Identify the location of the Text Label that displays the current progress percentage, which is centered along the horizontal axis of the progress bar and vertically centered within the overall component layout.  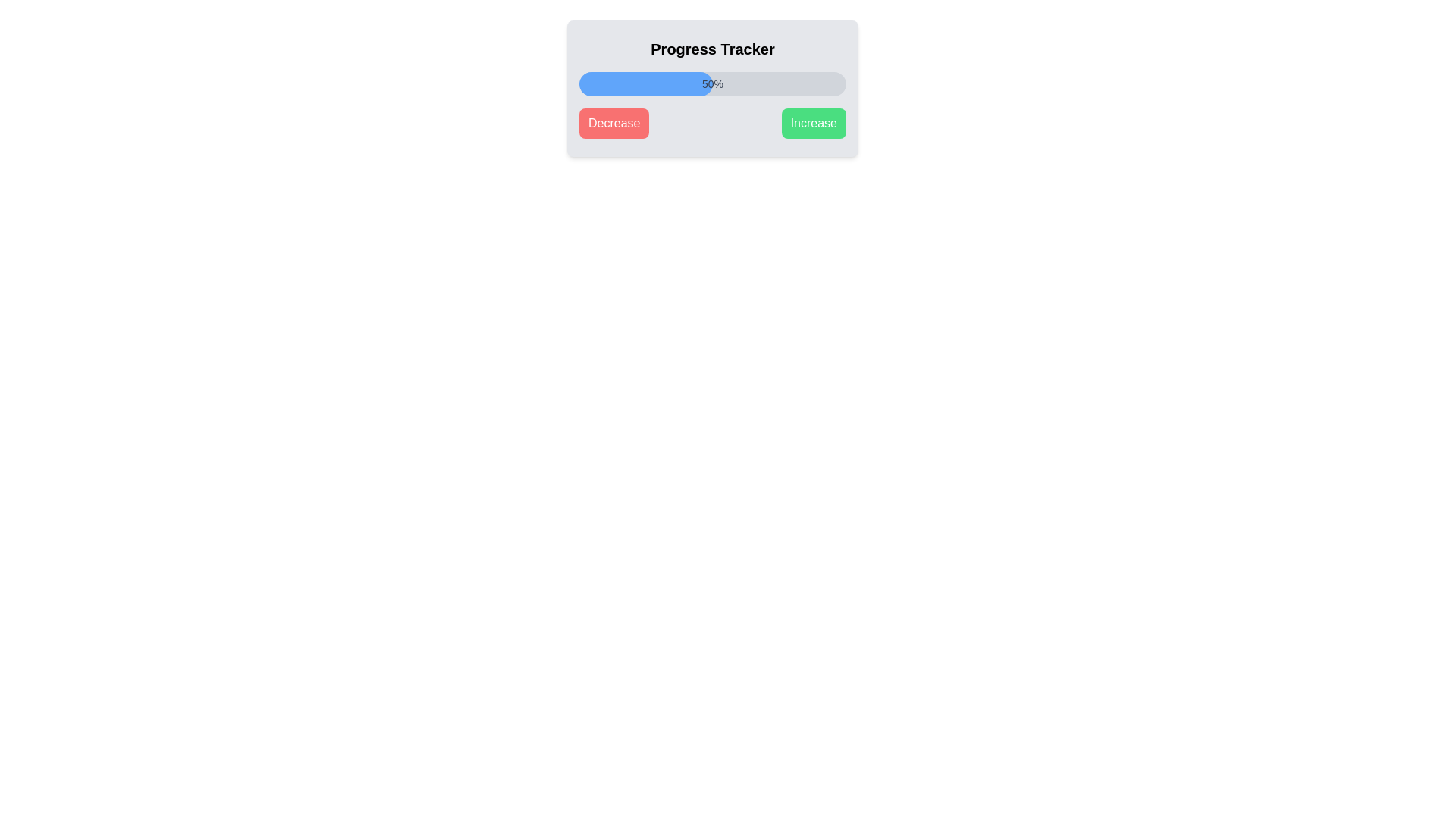
(712, 84).